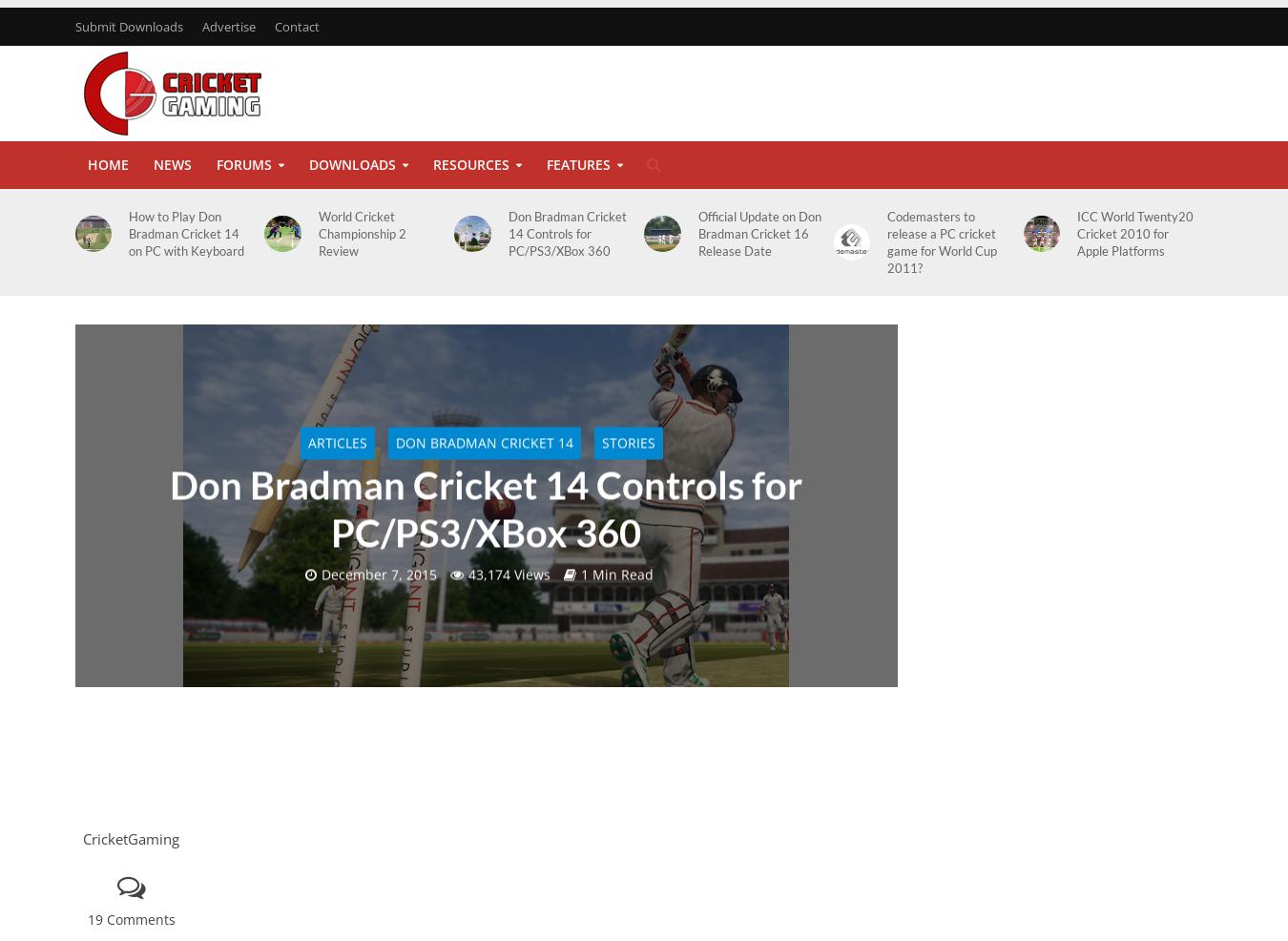  Describe the element at coordinates (758, 233) in the screenshot. I see `'Official Update on Don Bradman Cricket 16 Release Date'` at that location.